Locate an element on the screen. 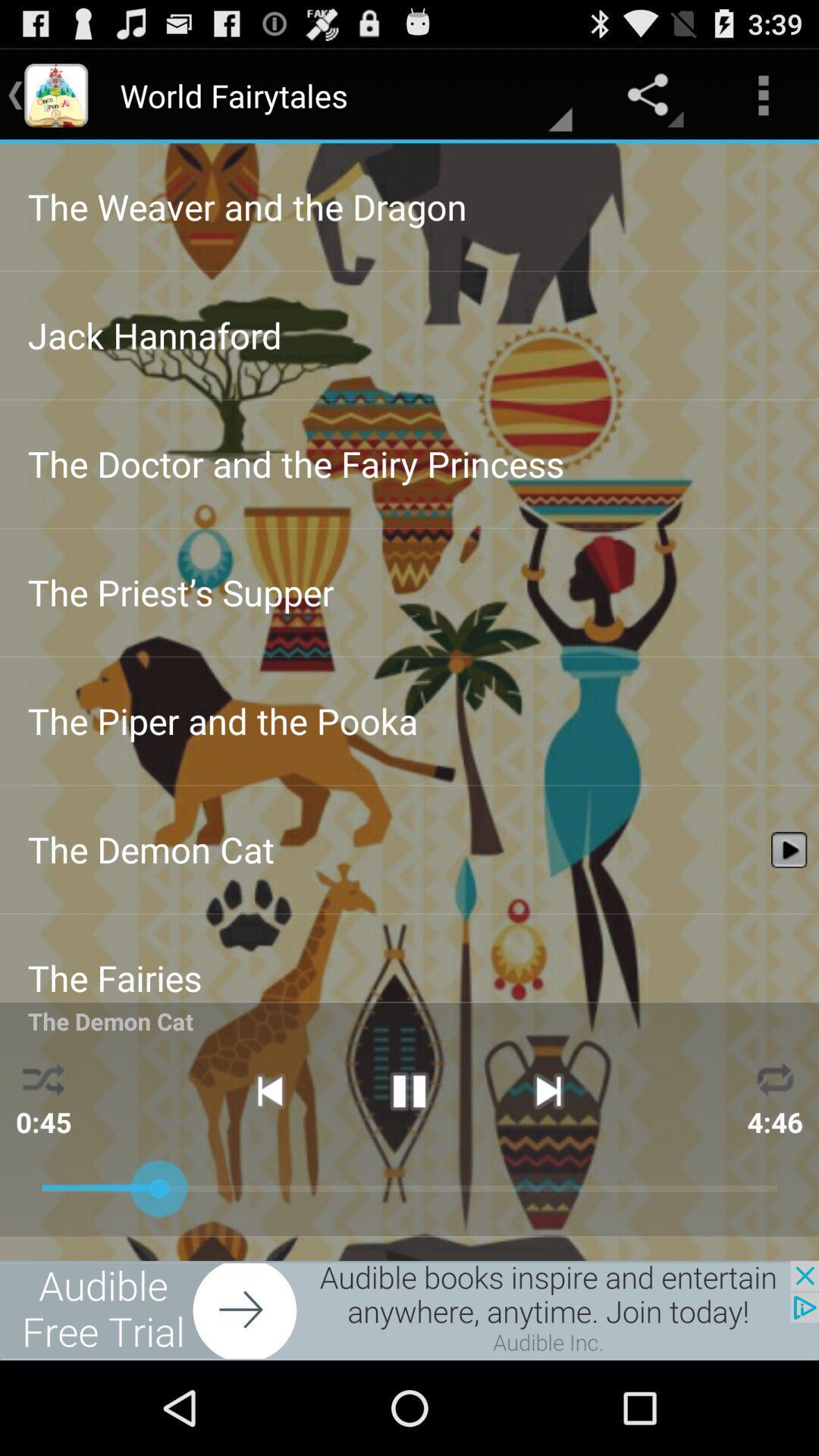  the pause icon is located at coordinates (408, 1166).